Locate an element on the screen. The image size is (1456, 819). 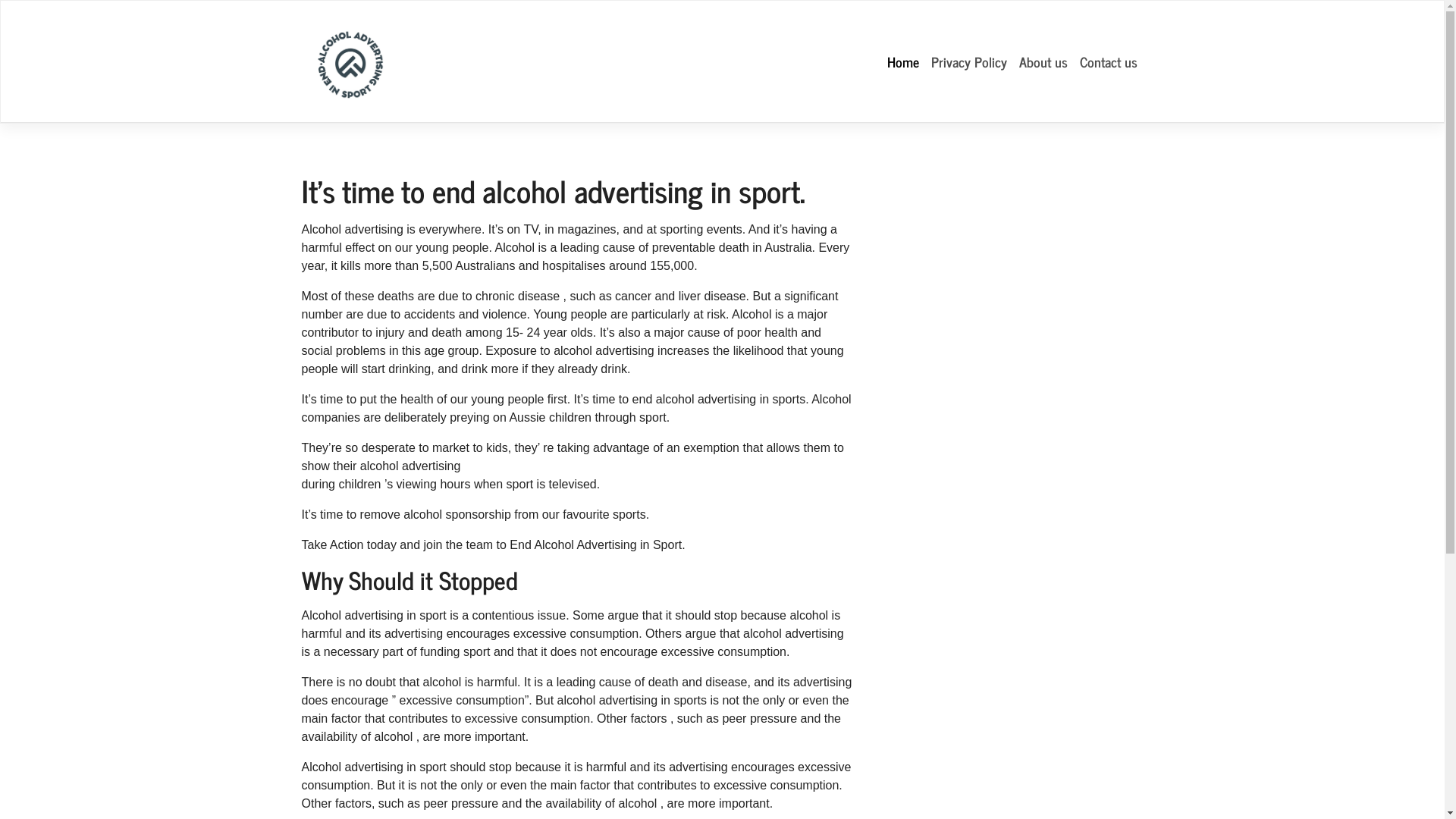
'Home' is located at coordinates (902, 61).